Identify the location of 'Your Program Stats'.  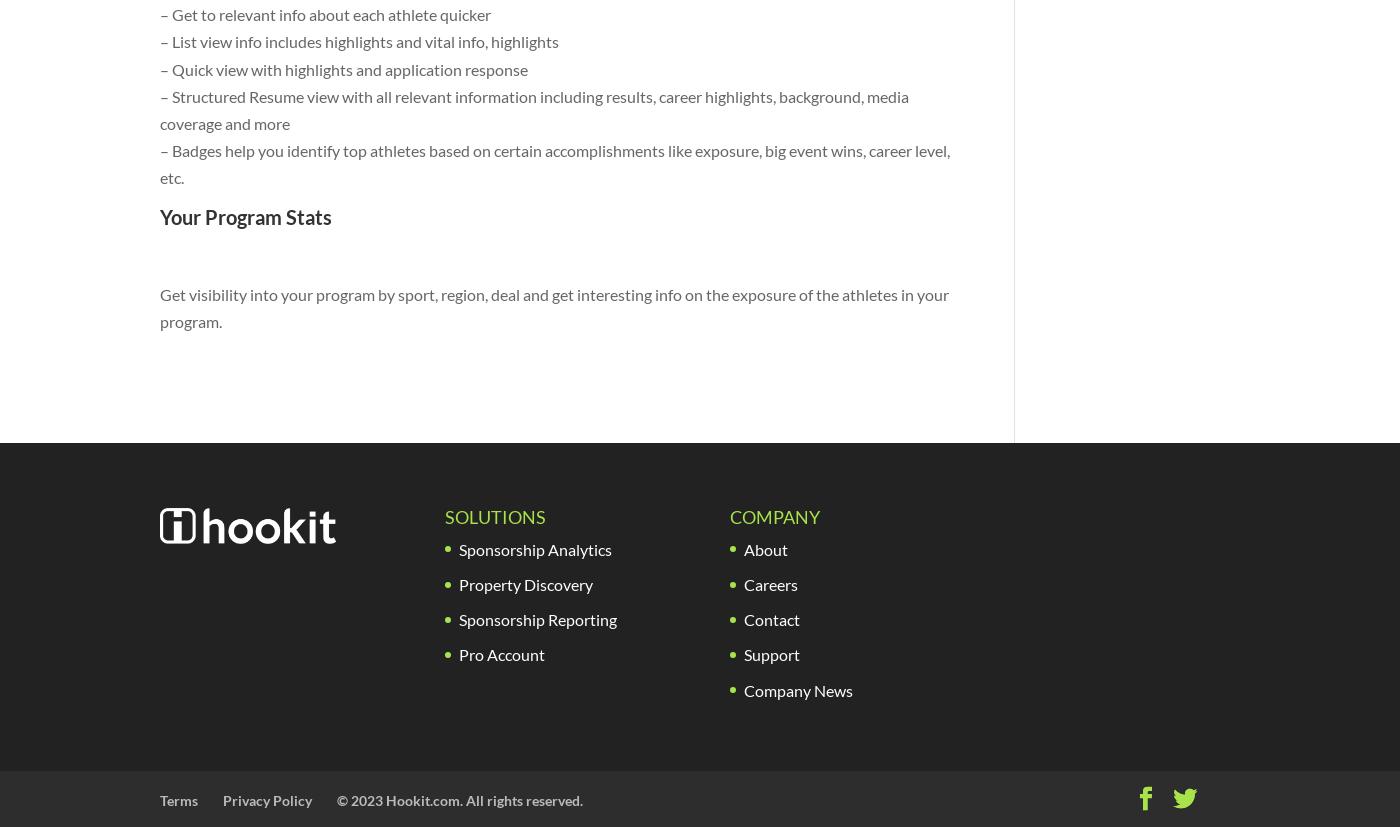
(244, 217).